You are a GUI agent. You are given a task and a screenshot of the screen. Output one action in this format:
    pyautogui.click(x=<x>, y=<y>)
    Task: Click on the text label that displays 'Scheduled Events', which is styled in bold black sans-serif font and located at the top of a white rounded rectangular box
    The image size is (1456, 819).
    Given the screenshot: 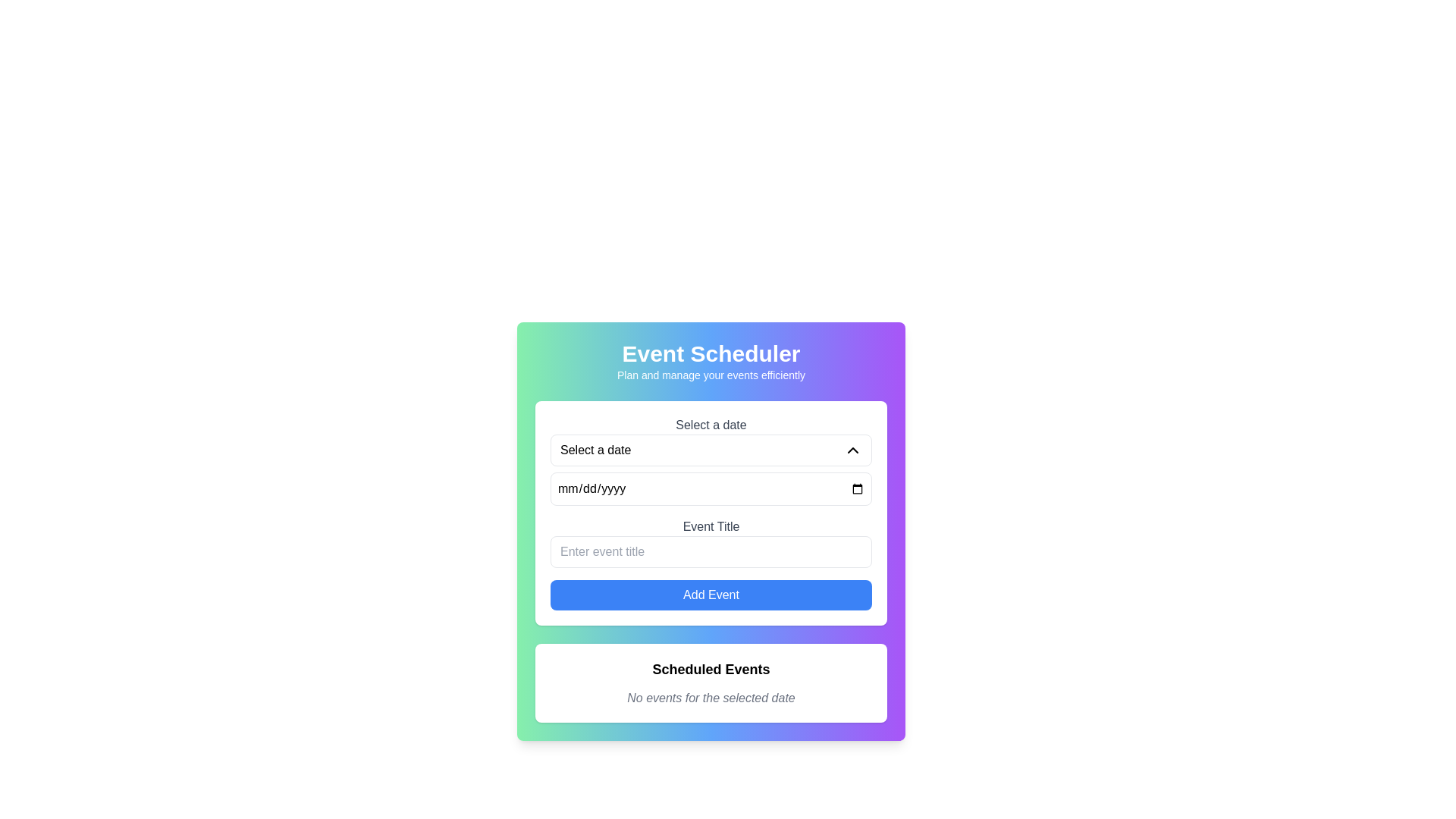 What is the action you would take?
    pyautogui.click(x=710, y=669)
    